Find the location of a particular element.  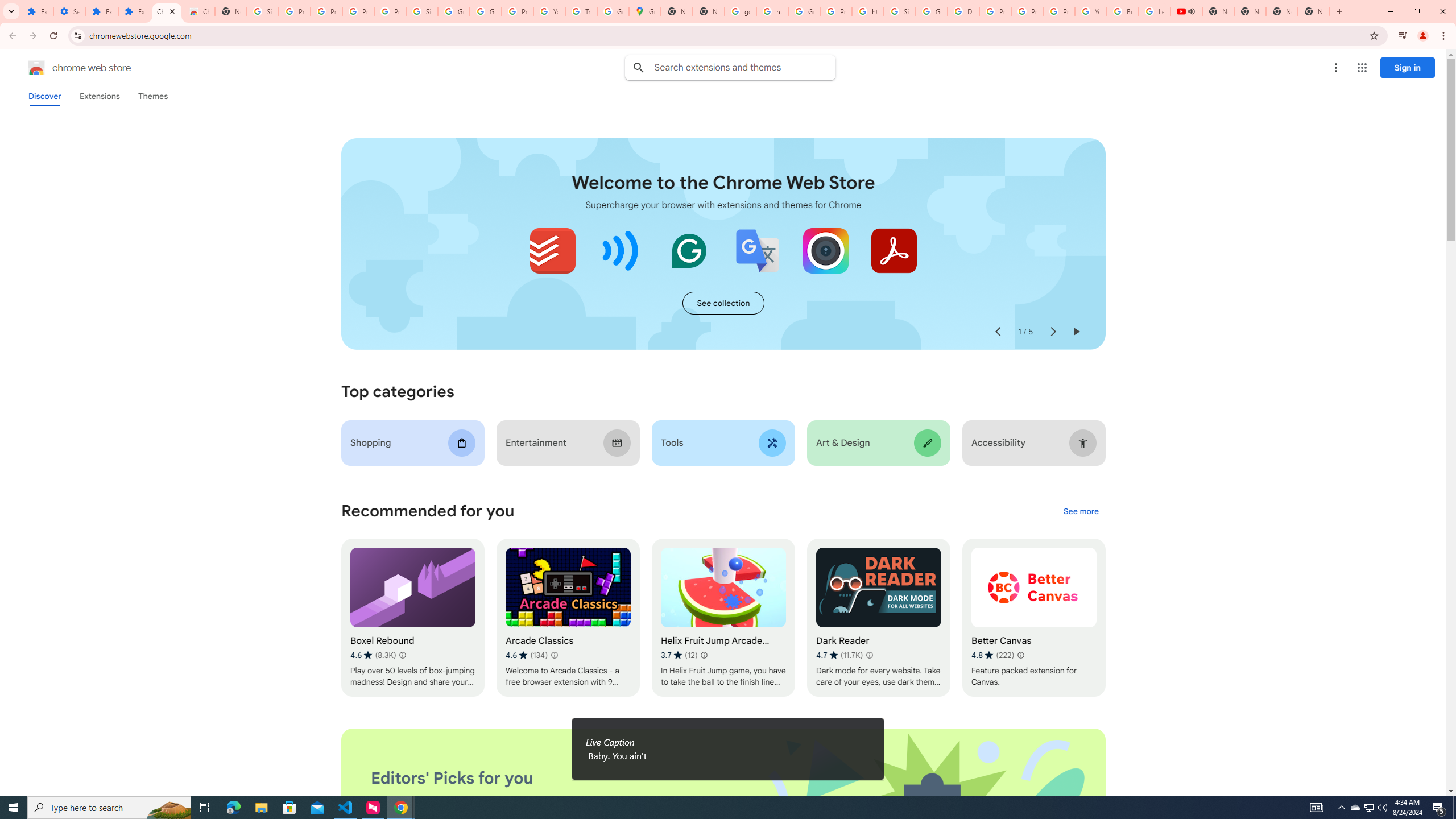

'Entertainment' is located at coordinates (568, 442).